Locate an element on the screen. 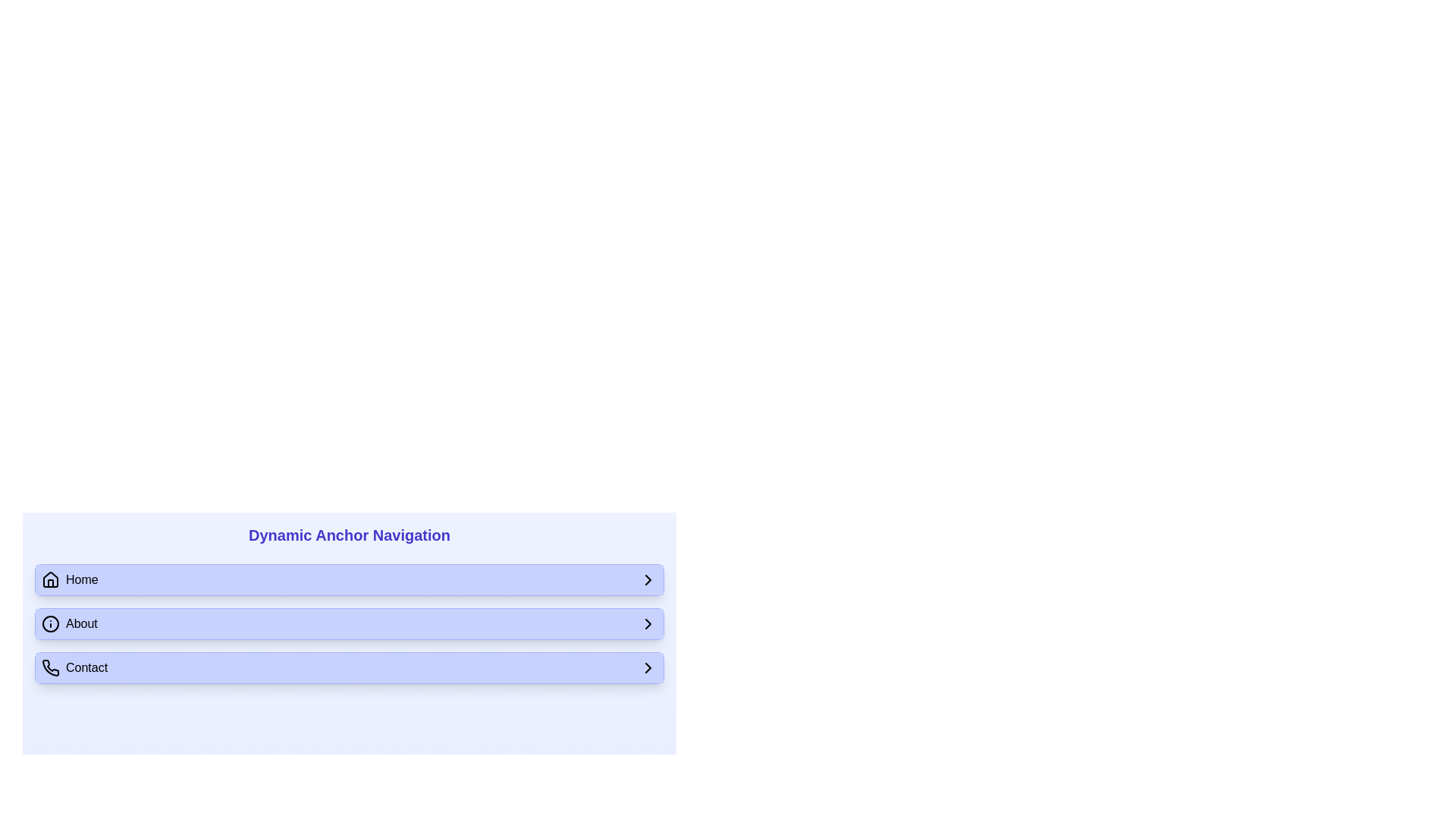 This screenshot has width=1456, height=819. the 'Contact' navigation button, which is the third item in a vertical stack of navigation buttons, to trigger the hover effect is located at coordinates (348, 667).